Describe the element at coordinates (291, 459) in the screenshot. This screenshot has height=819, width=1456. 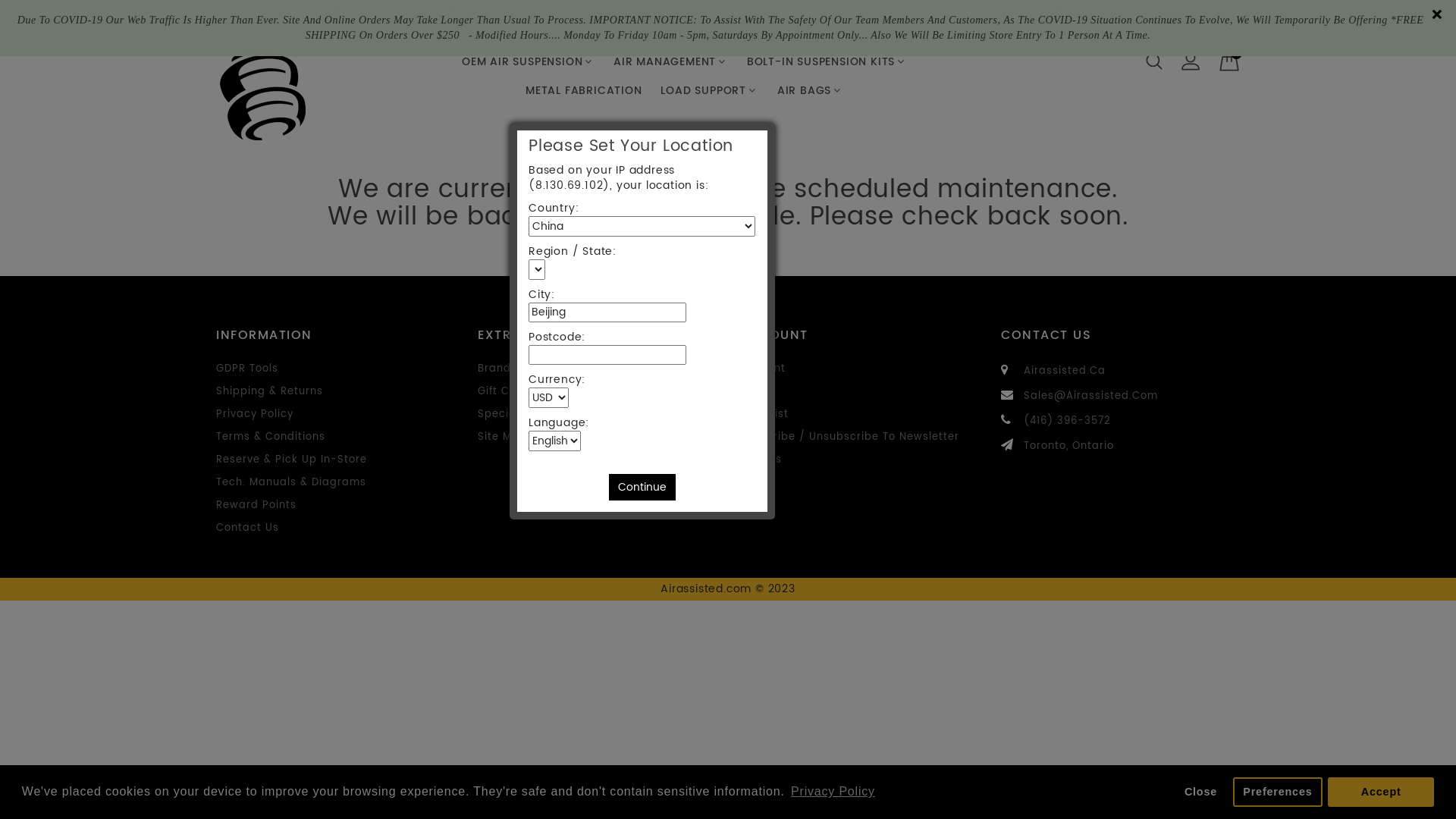
I see `'Reserve & Pick Up In-Store'` at that location.